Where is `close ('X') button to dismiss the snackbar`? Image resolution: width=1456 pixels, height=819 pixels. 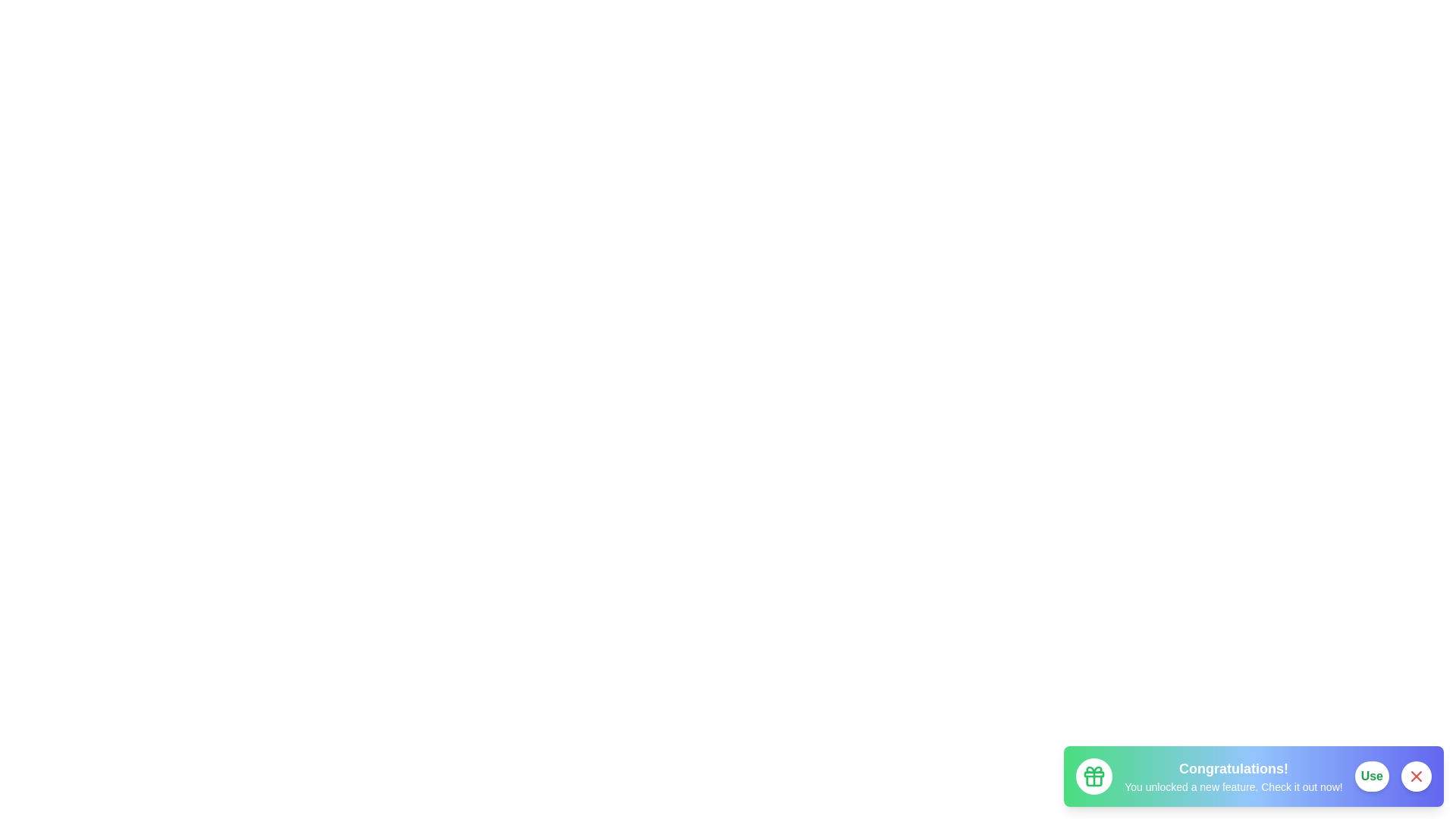
close ('X') button to dismiss the snackbar is located at coordinates (1415, 776).